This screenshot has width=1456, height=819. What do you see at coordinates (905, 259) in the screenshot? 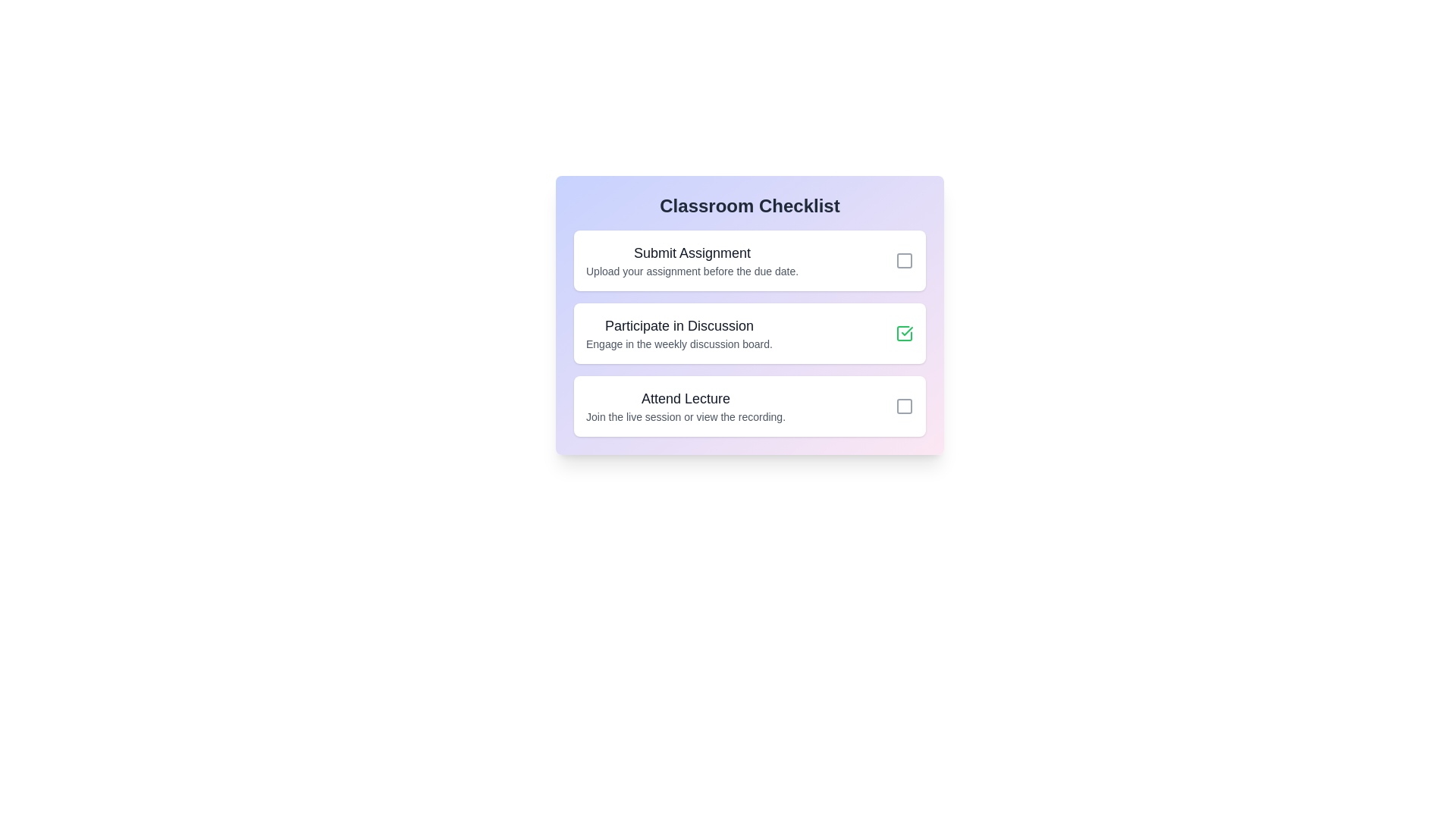
I see `the checkbox for the 'Submit Assignment' task located adjacent to the text 'Upload your assignment before the due date'` at bounding box center [905, 259].